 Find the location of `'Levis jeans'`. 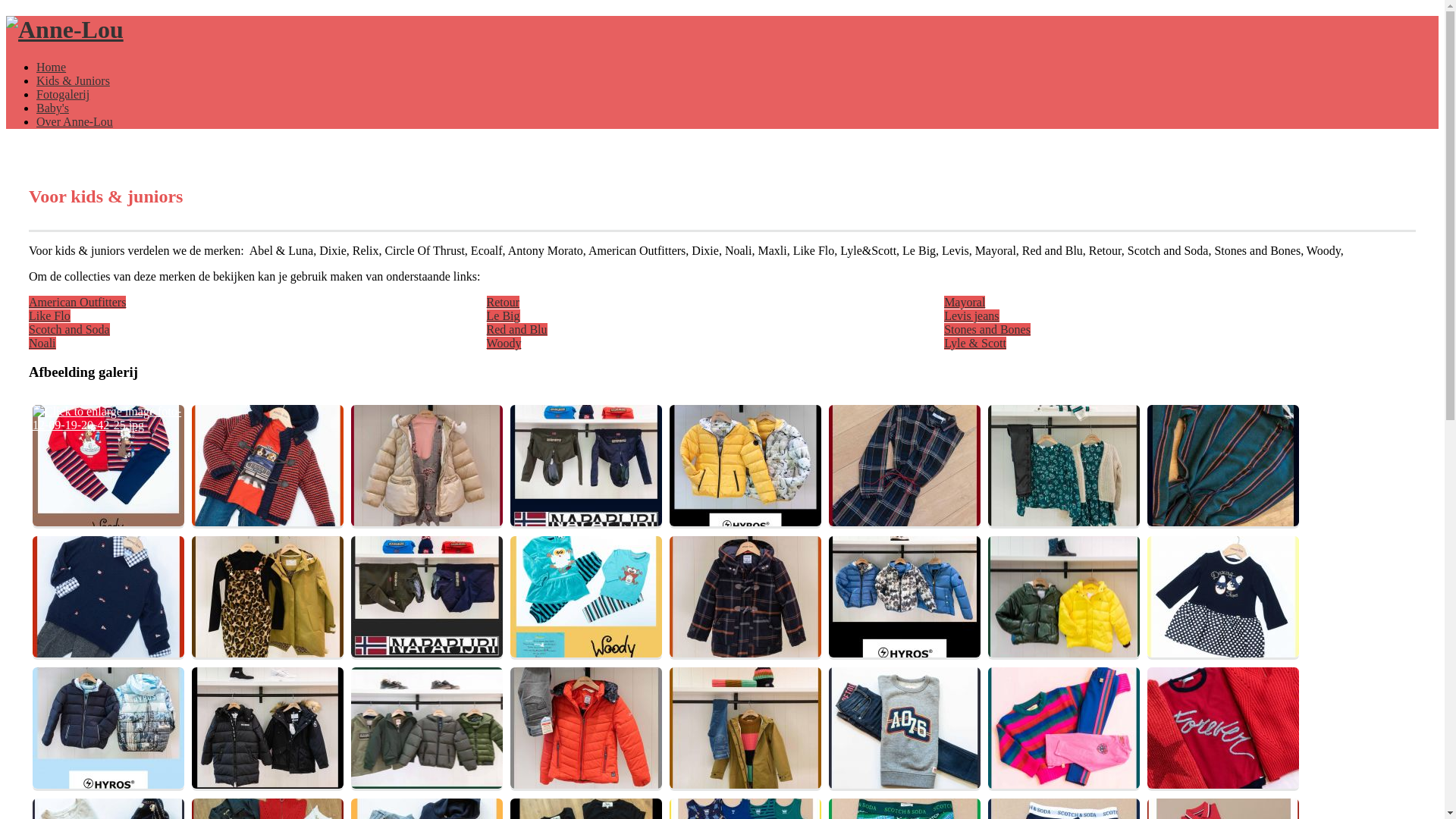

'Levis jeans' is located at coordinates (971, 315).